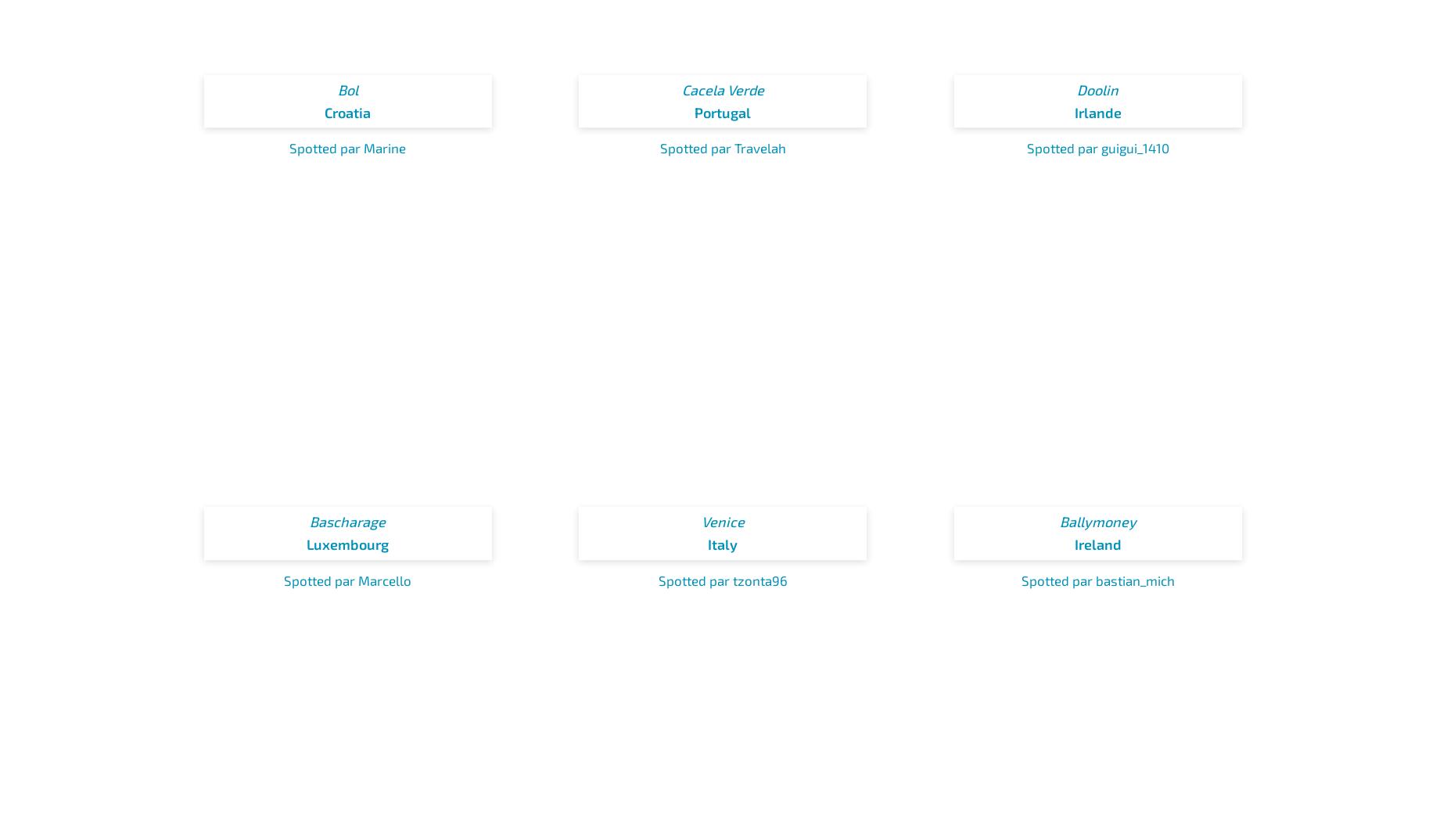  What do you see at coordinates (723, 110) in the screenshot?
I see `'Portugal'` at bounding box center [723, 110].